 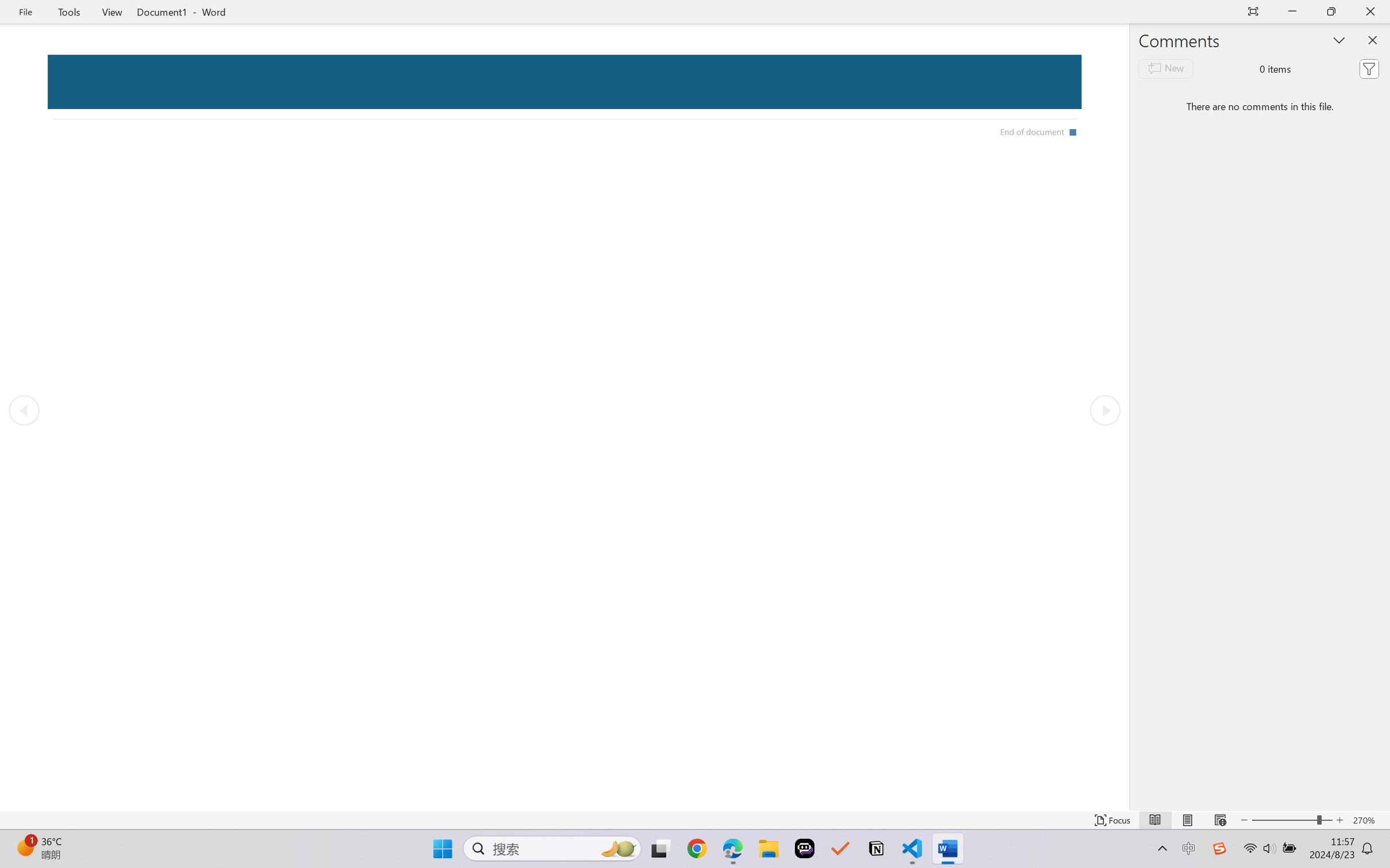 I want to click on 'Decrease Text Size', so click(x=1244, y=820).